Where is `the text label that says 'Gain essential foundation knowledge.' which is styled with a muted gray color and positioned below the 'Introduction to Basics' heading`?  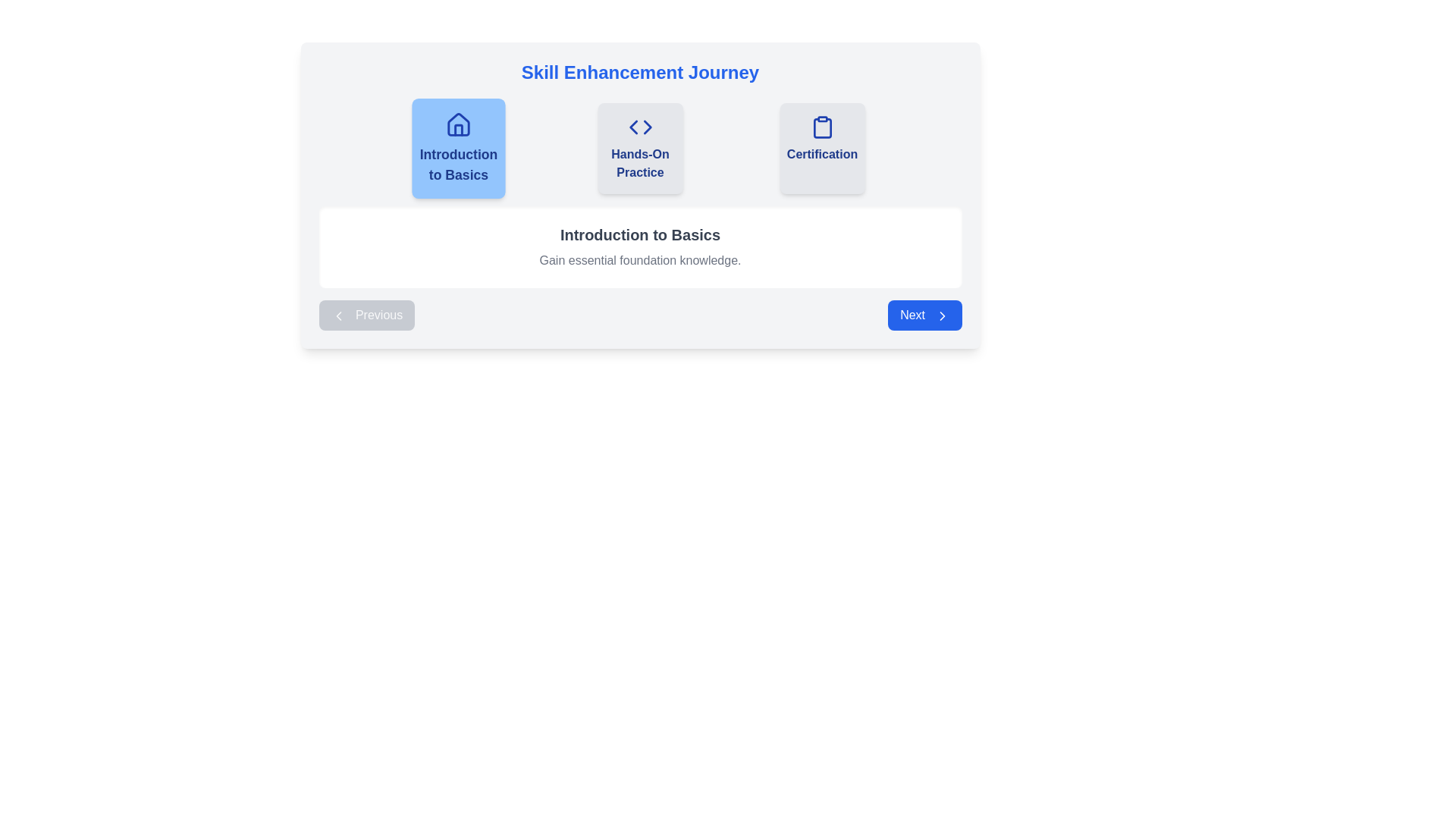 the text label that says 'Gain essential foundation knowledge.' which is styled with a muted gray color and positioned below the 'Introduction to Basics' heading is located at coordinates (640, 259).